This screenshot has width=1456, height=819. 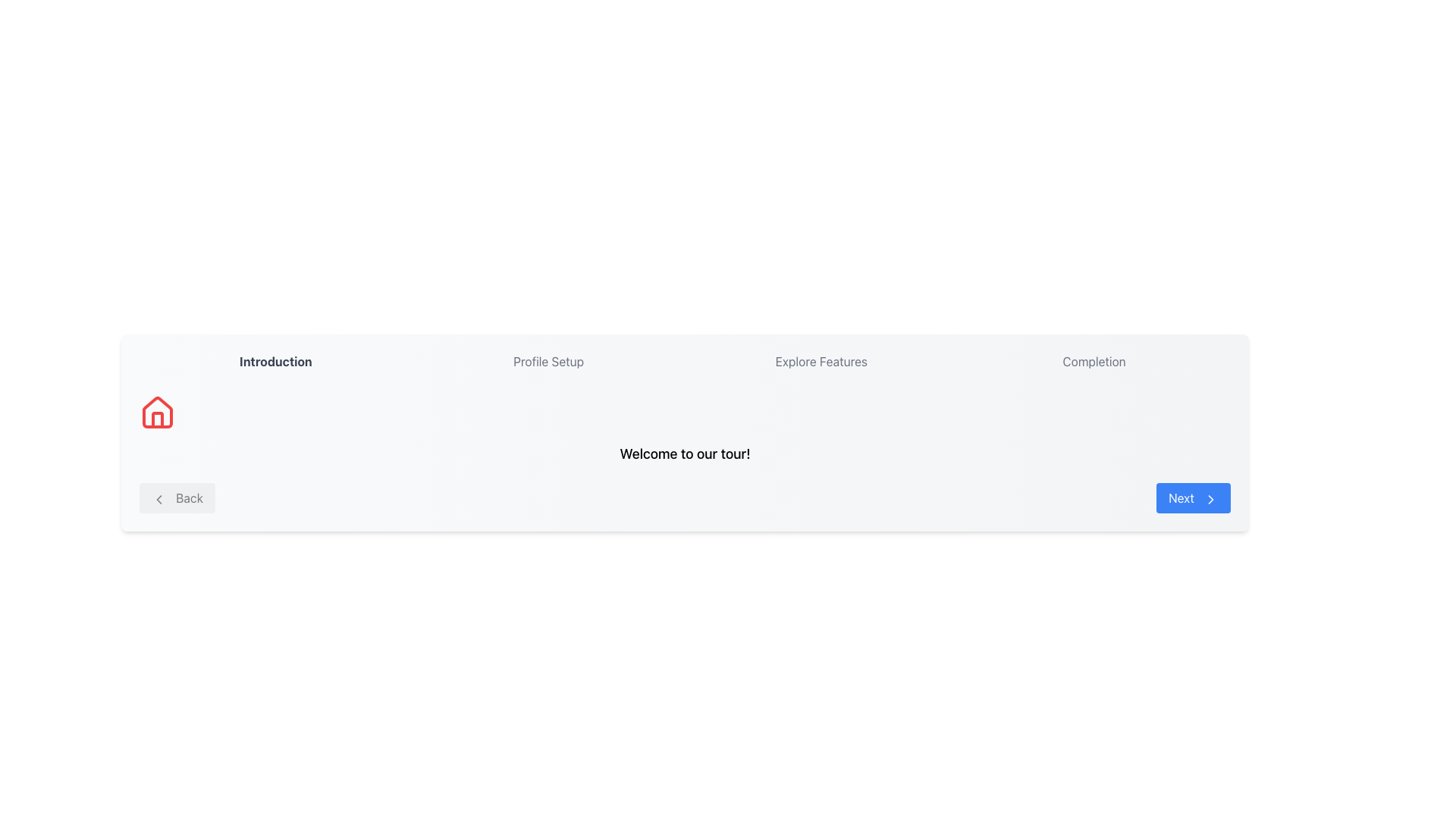 I want to click on the Horizontal Step Progress Bar which contains segments labeled 'Introduction', 'Profile Setup', 'Explore Features', and 'Completion', with 'Introduction' being the active segment, so click(x=684, y=362).